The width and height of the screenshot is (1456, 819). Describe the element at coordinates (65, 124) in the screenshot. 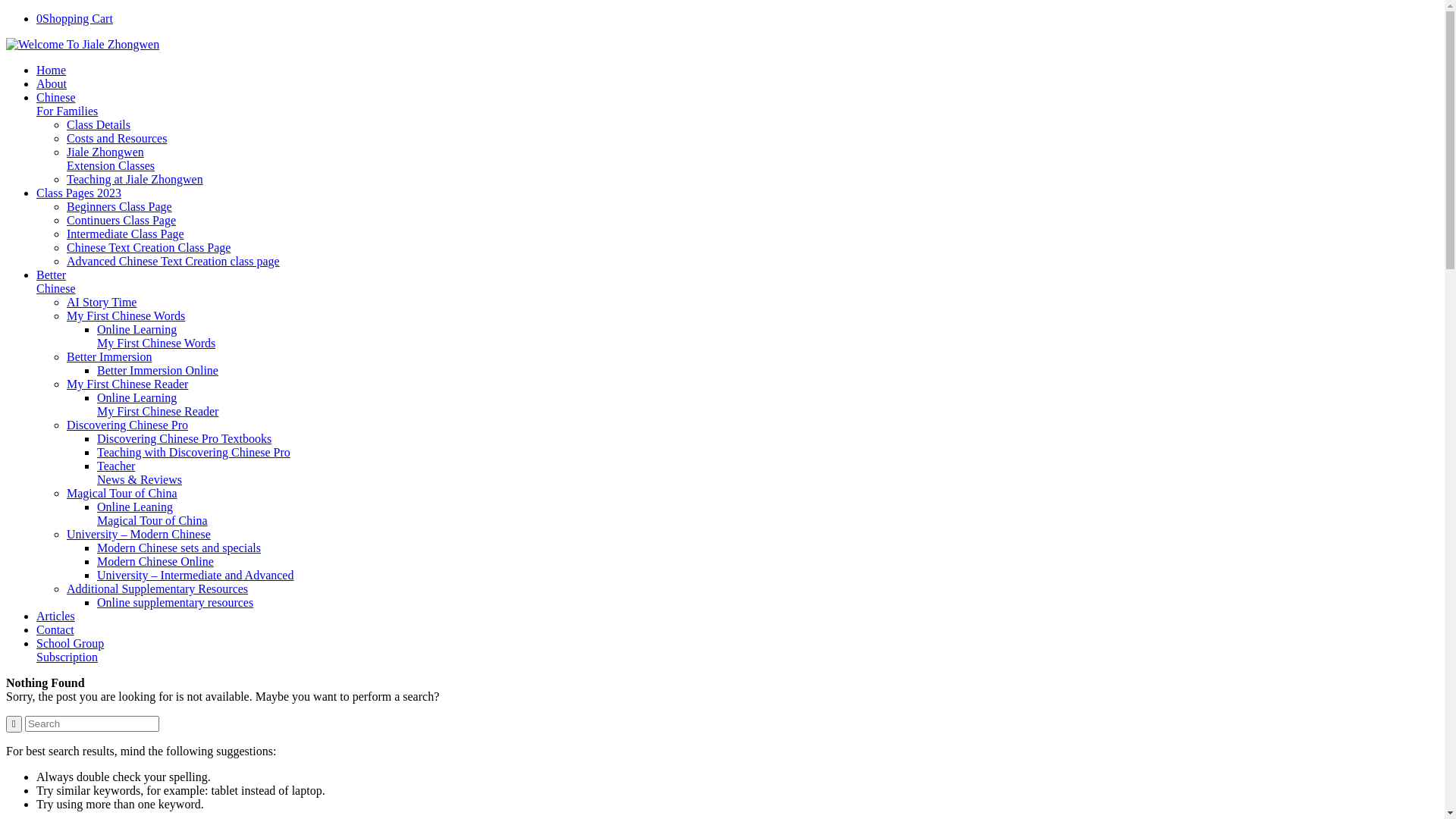

I see `'Class Details'` at that location.